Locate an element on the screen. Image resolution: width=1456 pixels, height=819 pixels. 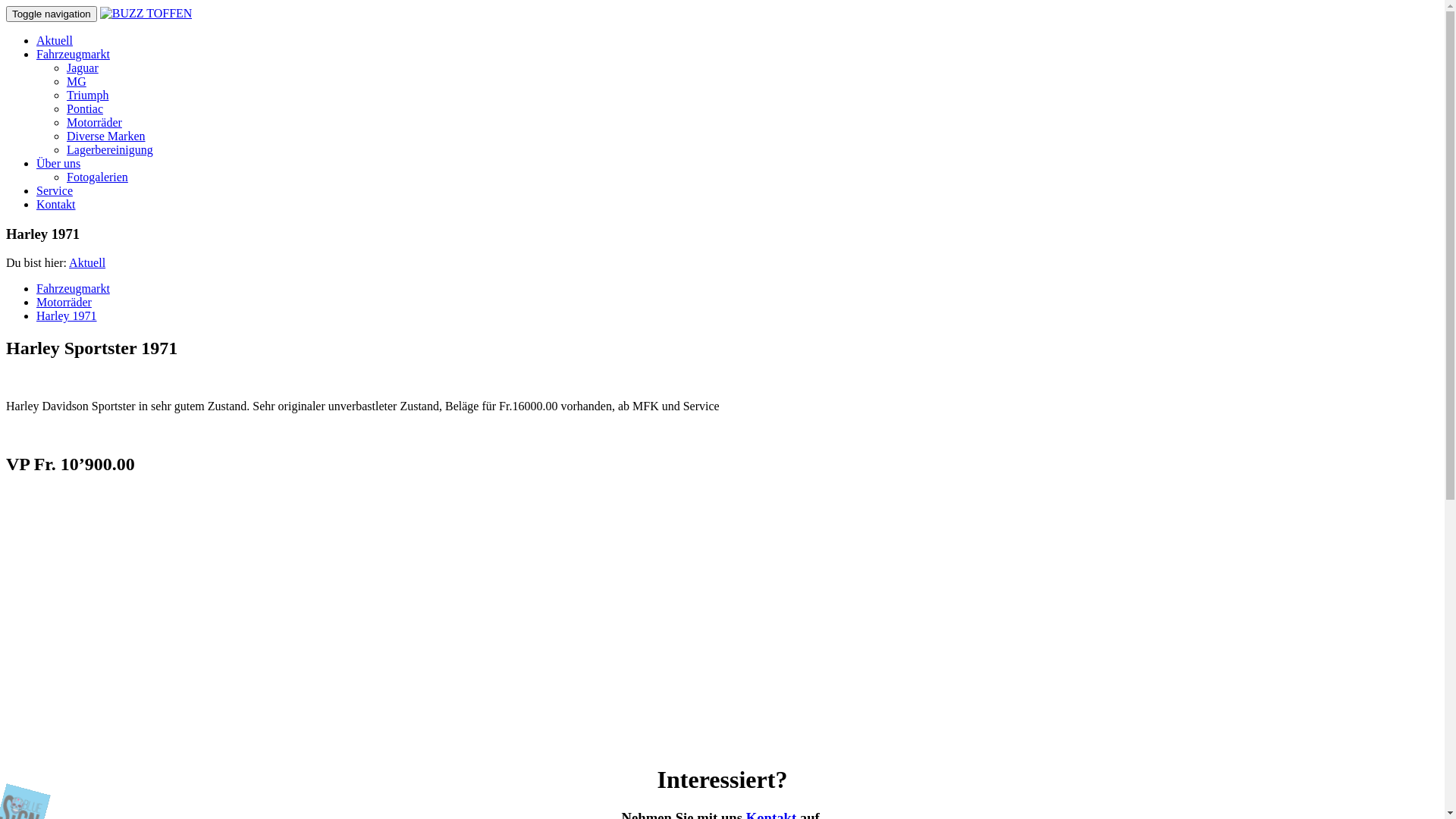
'Aktuell' is located at coordinates (55, 39).